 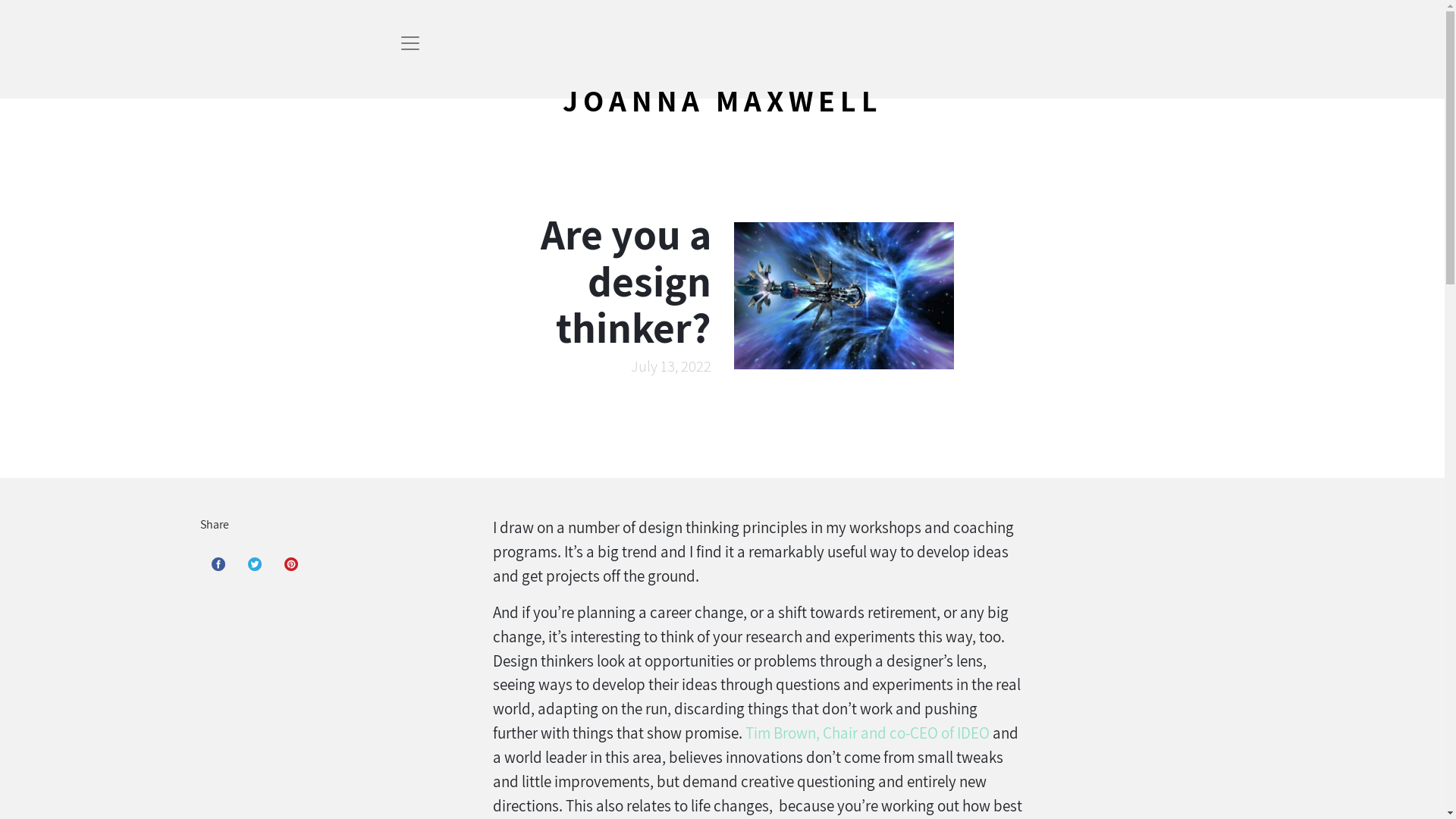 What do you see at coordinates (218, 564) in the screenshot?
I see `'facebook'` at bounding box center [218, 564].